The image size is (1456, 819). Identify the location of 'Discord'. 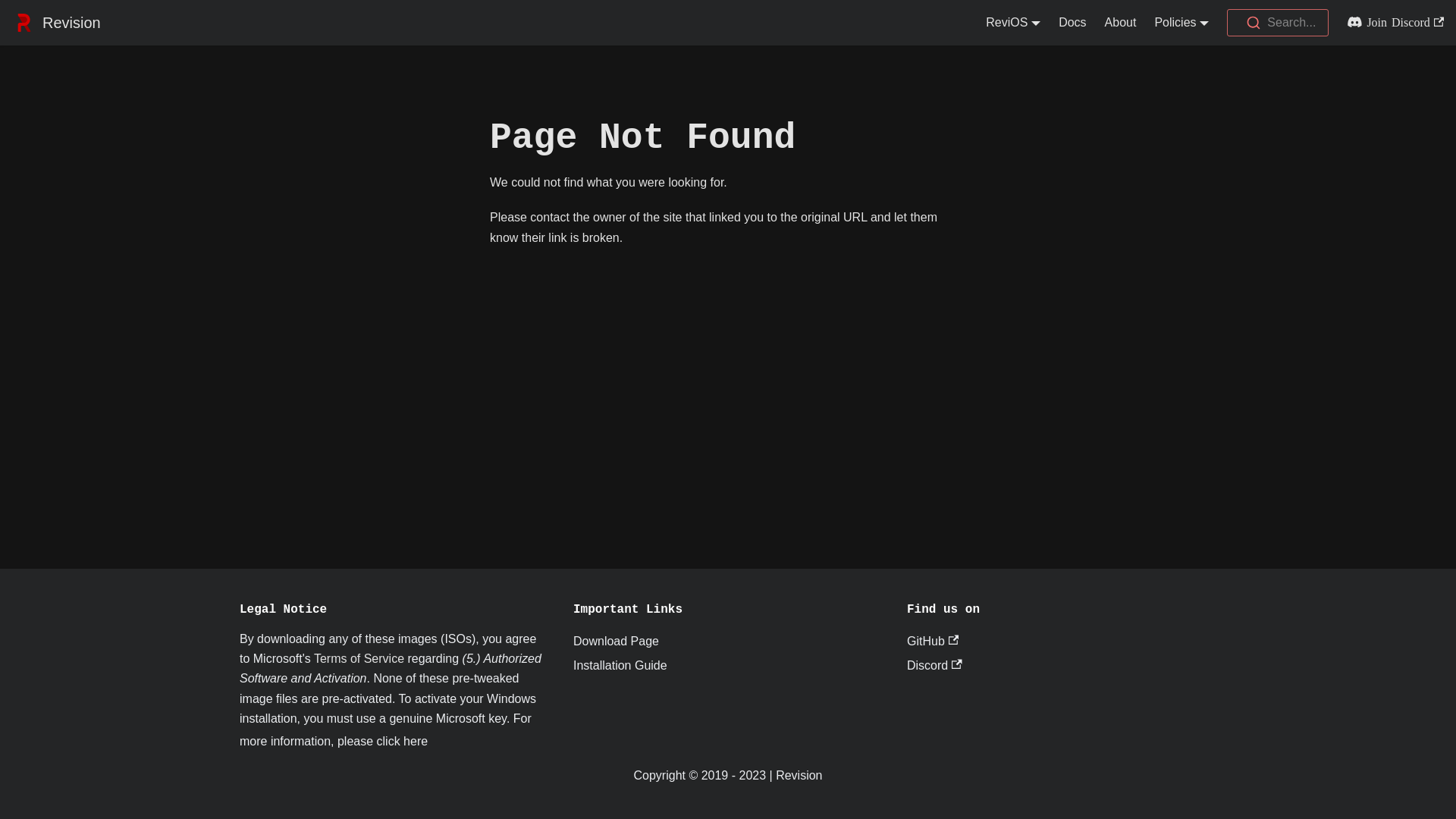
(934, 664).